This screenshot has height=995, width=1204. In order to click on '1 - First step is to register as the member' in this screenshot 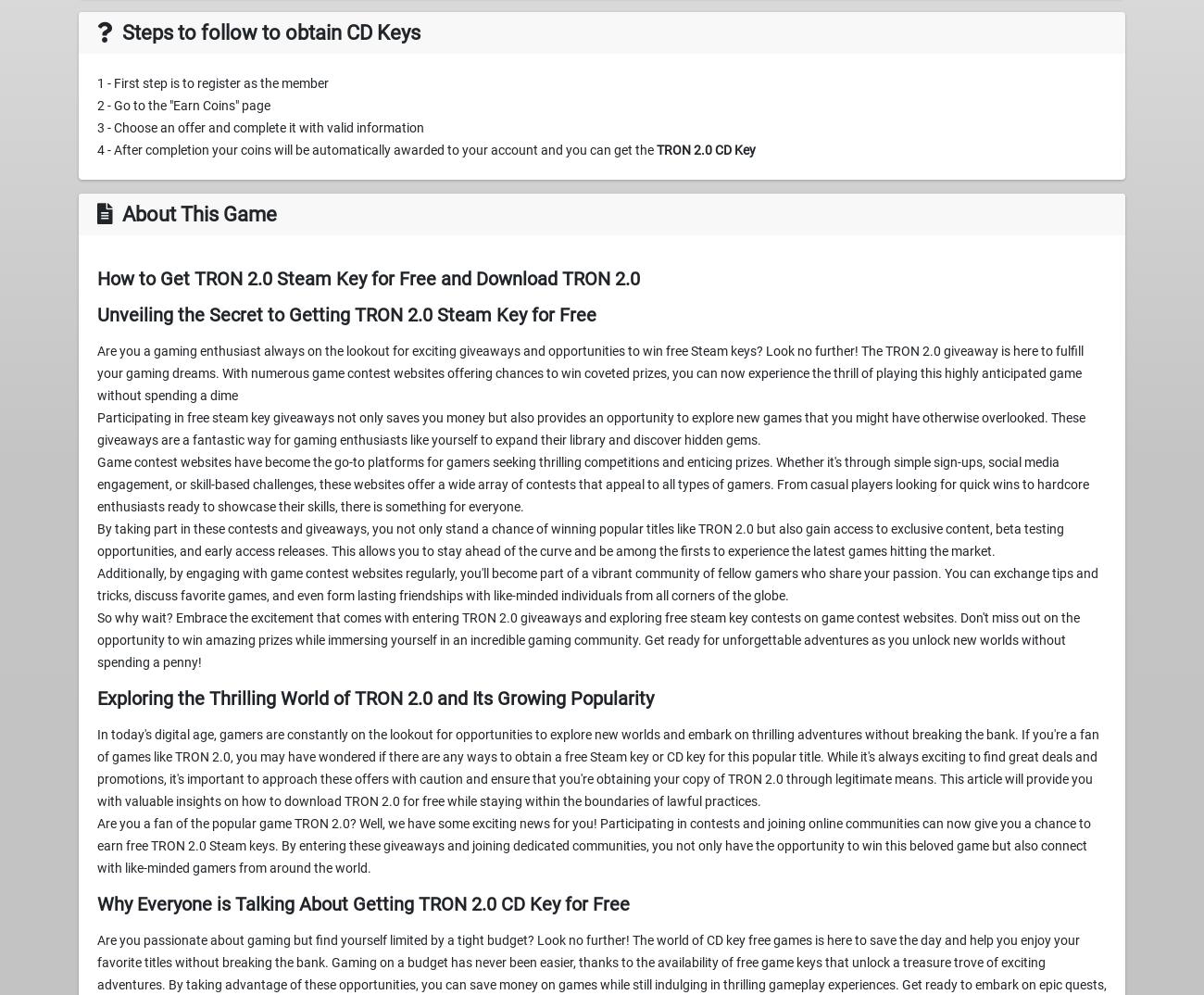, I will do `click(211, 83)`.